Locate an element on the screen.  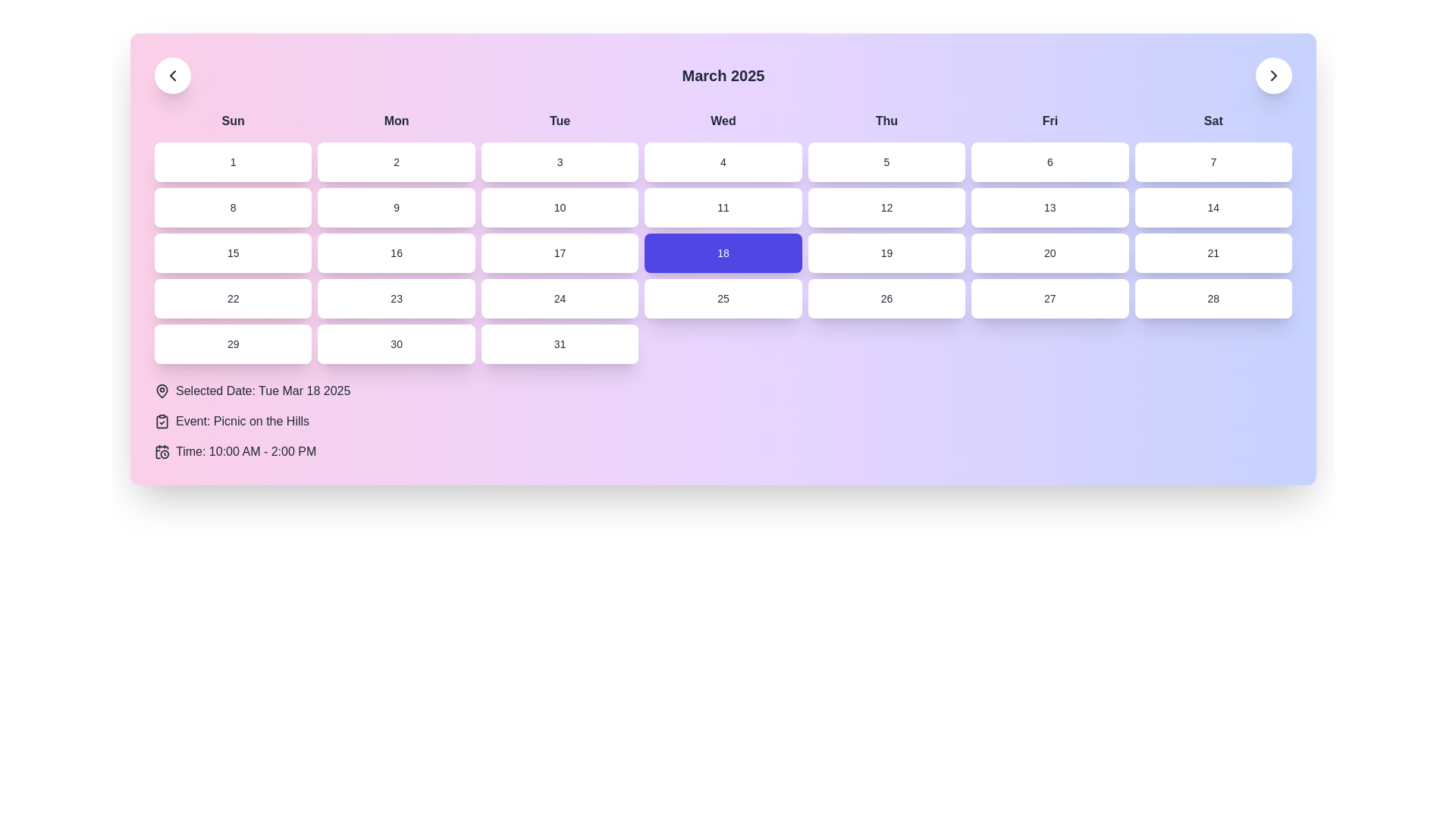
the clickable calendar date cell located in the second row and the last column to change its background color is located at coordinates (1213, 207).